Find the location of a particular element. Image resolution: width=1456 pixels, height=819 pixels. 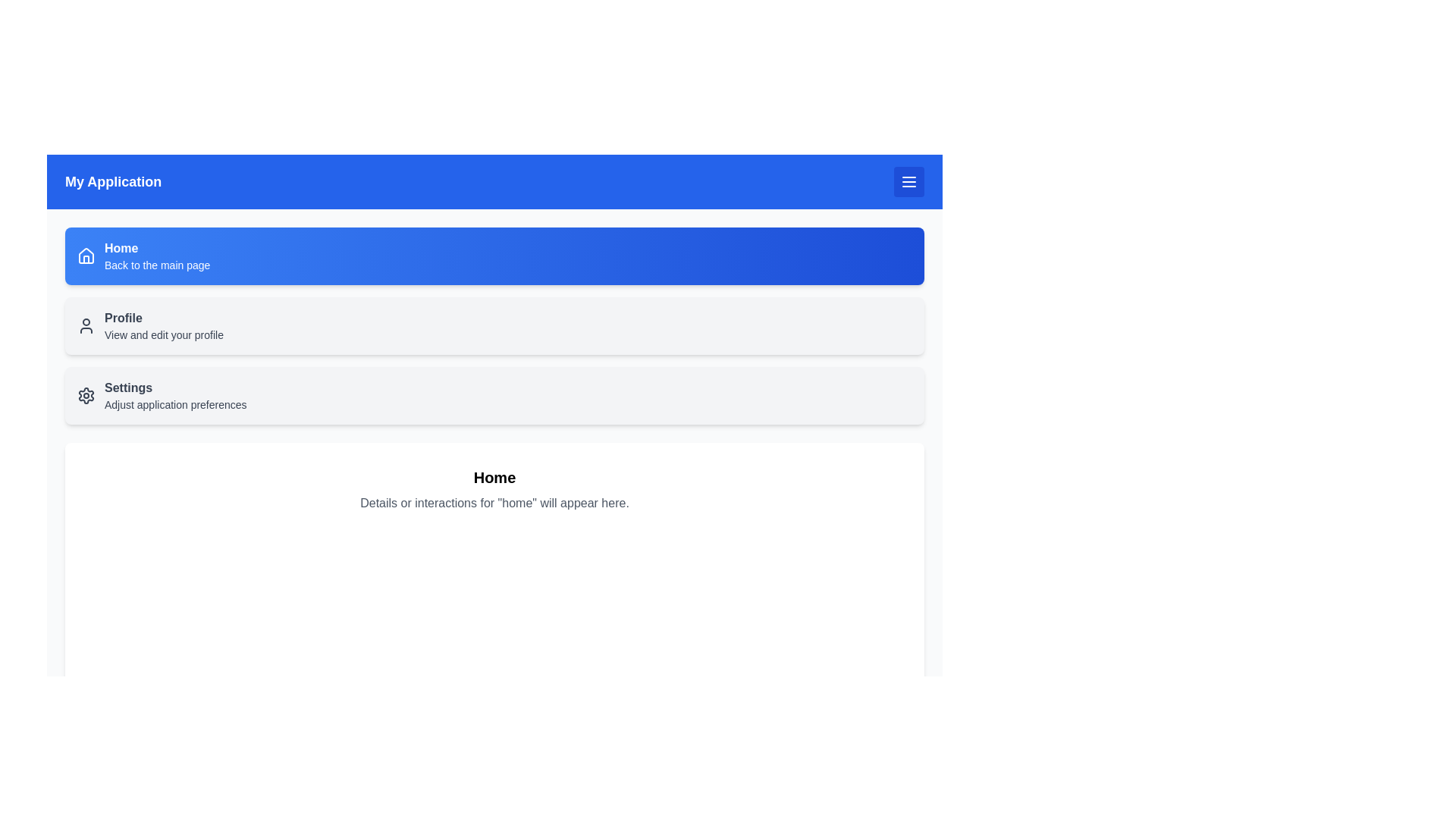

the menu button located at the far right end of the header bar, next to the text 'My Application', which is part of a blue-colored header bar is located at coordinates (909, 180).